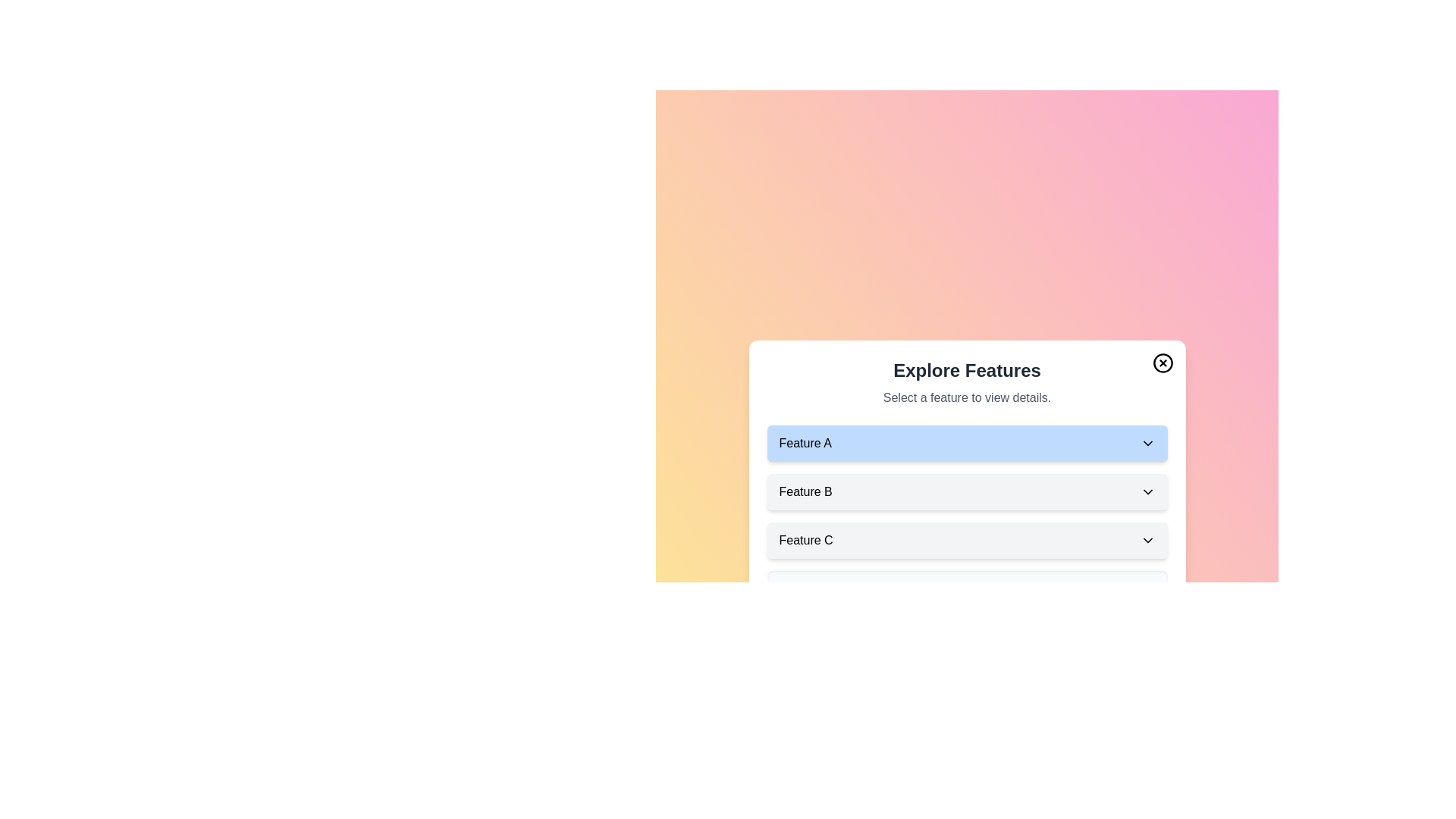 This screenshot has width=1456, height=819. What do you see at coordinates (1162, 362) in the screenshot?
I see `the close button at the top-right corner of the dialog` at bounding box center [1162, 362].